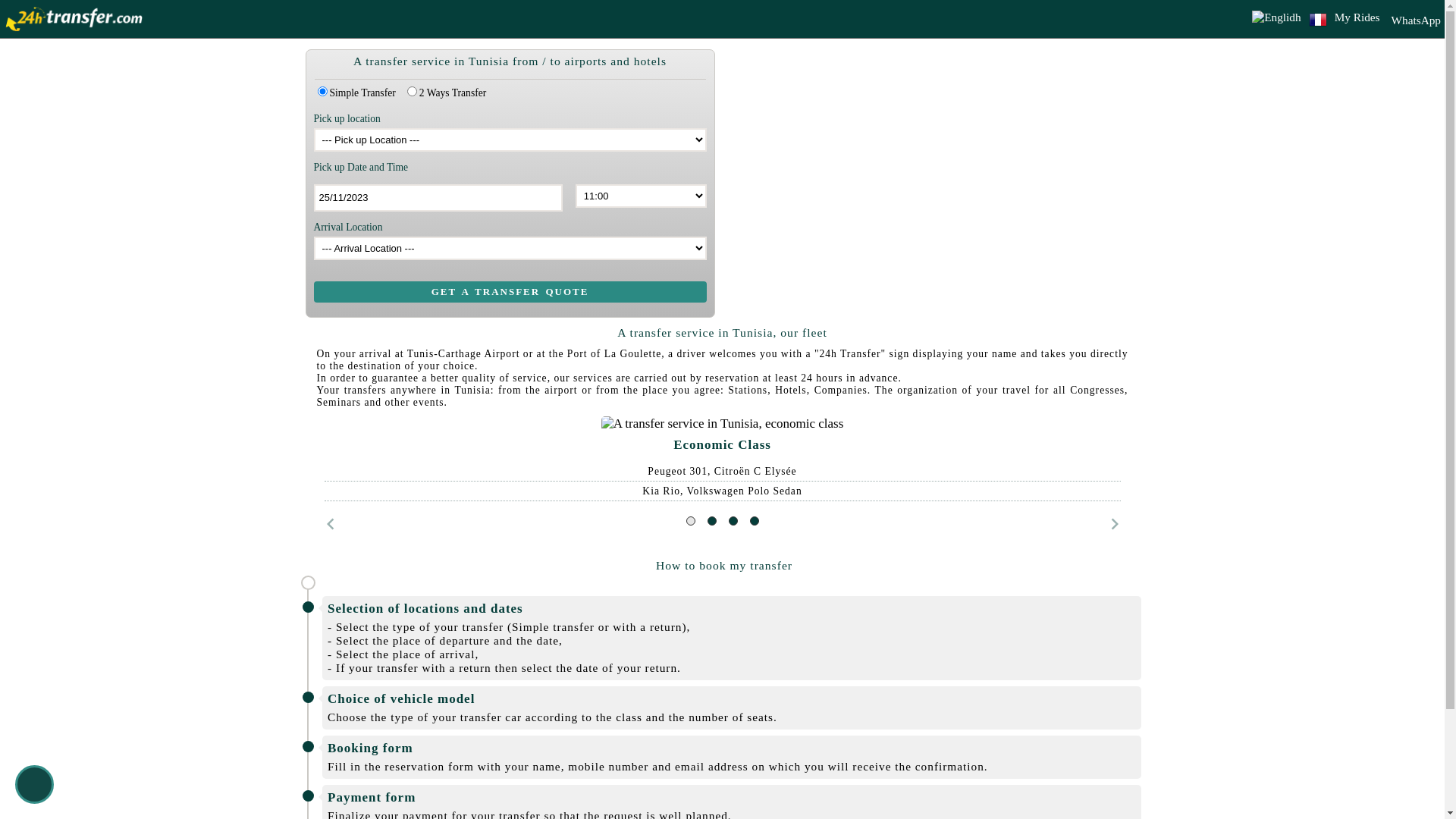 The height and width of the screenshot is (819, 1456). Describe the element at coordinates (1357, 17) in the screenshot. I see `'My Rides'` at that location.